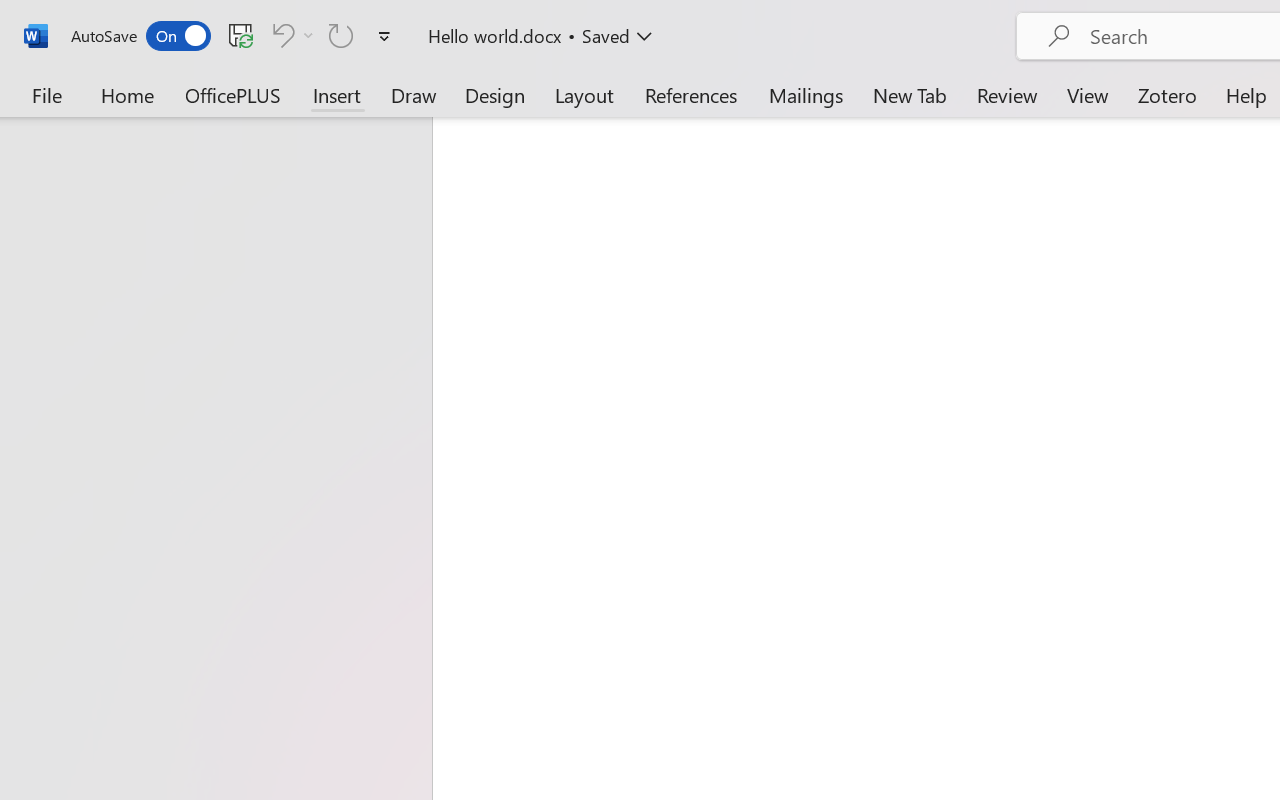 This screenshot has height=800, width=1280. I want to click on 'Mailings', so click(806, 94).